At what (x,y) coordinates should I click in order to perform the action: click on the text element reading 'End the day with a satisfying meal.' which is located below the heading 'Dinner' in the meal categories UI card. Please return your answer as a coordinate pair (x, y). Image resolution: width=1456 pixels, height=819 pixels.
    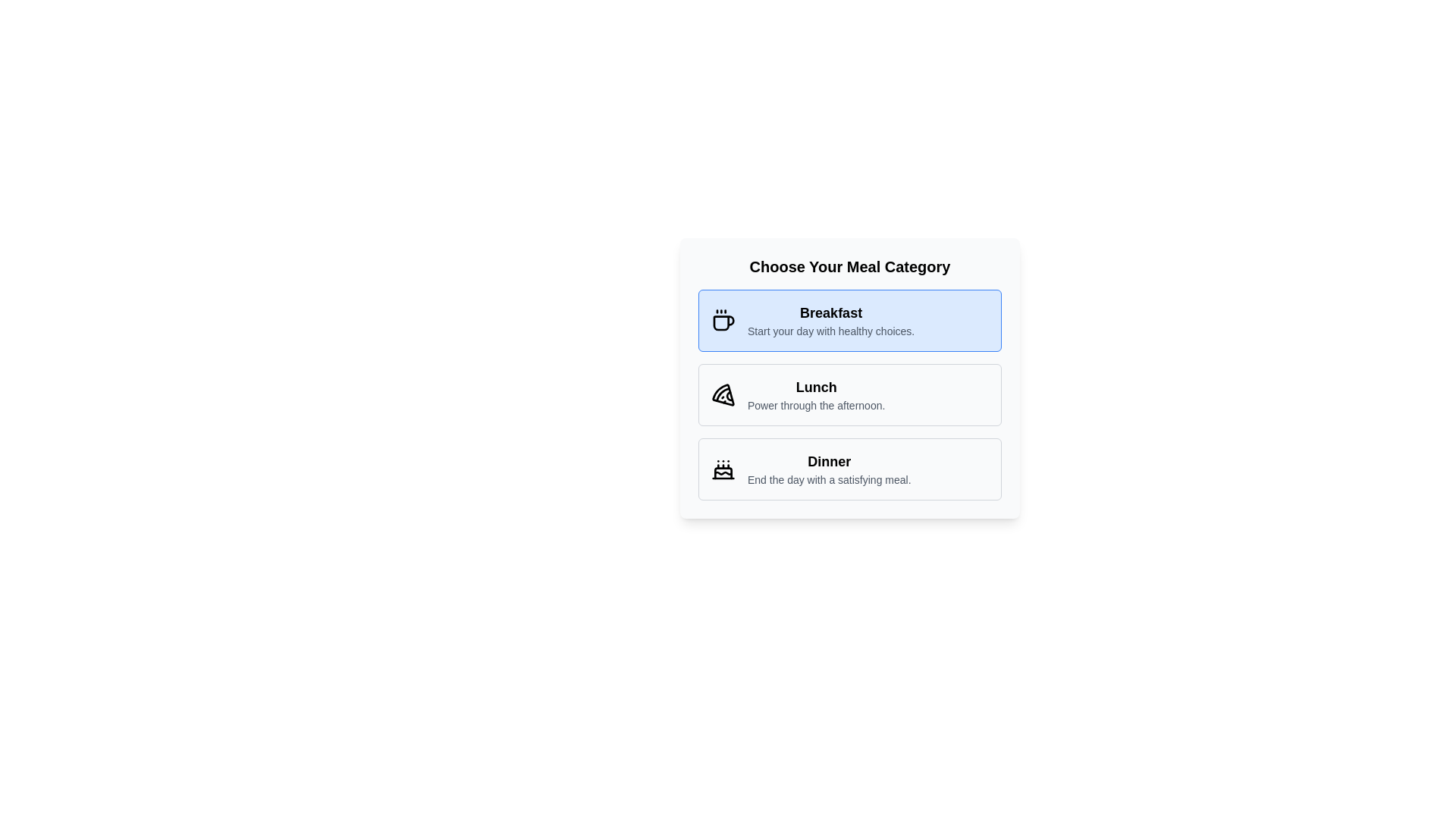
    Looking at the image, I should click on (828, 479).